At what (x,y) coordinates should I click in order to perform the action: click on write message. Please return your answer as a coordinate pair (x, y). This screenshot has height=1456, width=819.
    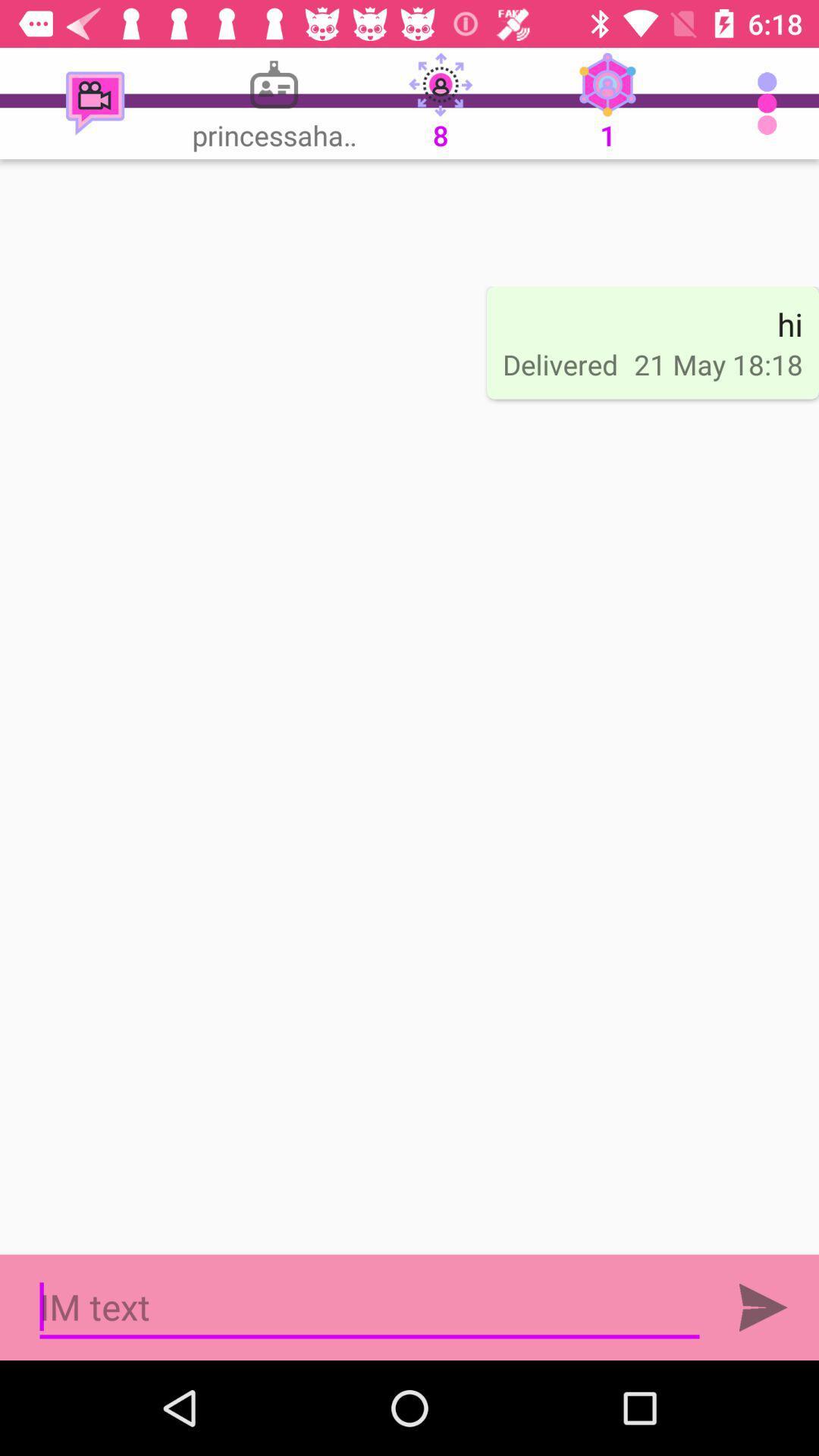
    Looking at the image, I should click on (369, 1307).